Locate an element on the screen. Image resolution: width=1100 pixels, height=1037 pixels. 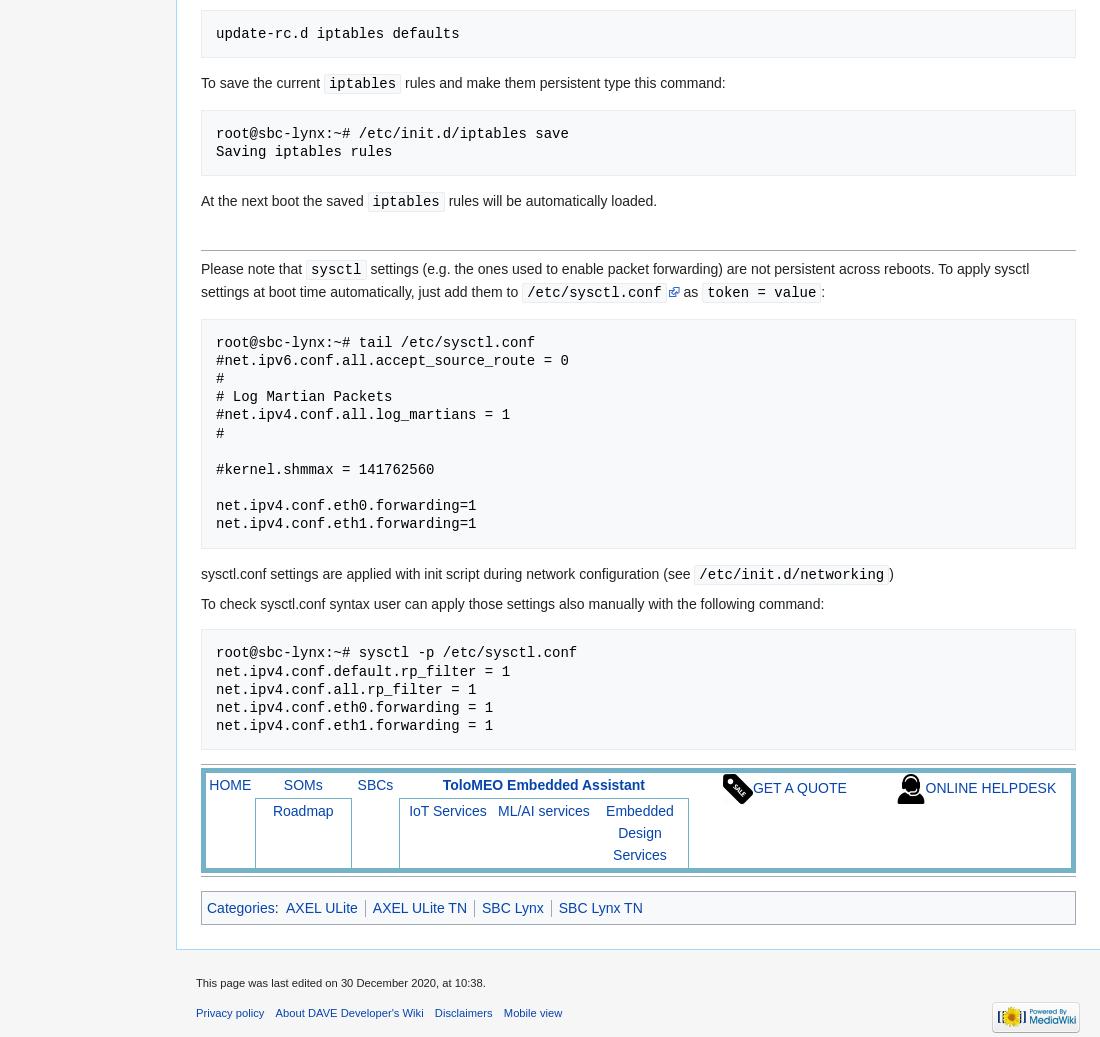
'Embedded Design Services' is located at coordinates (604, 832).